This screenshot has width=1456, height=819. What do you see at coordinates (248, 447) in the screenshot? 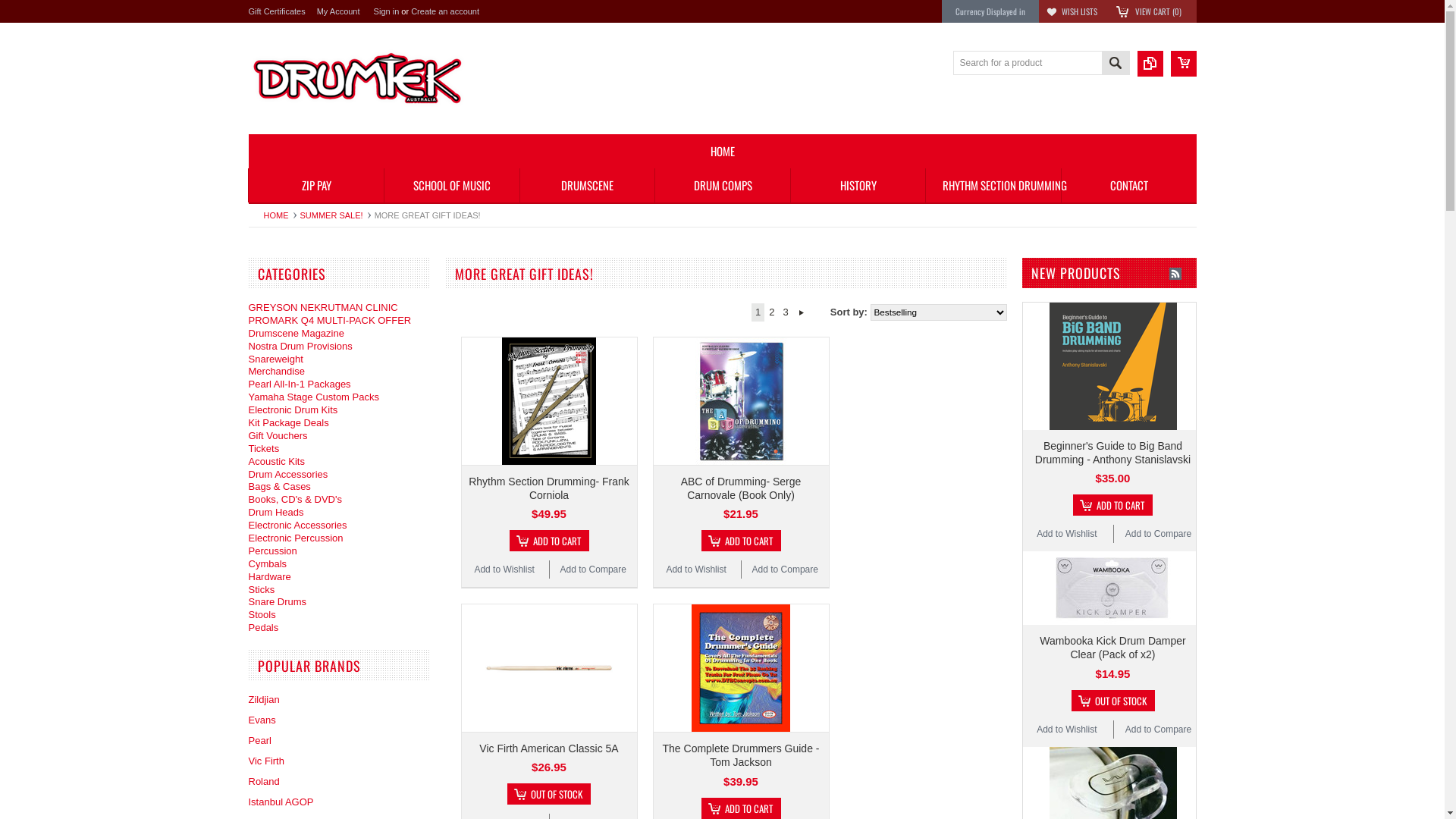
I see `'Tickets'` at bounding box center [248, 447].